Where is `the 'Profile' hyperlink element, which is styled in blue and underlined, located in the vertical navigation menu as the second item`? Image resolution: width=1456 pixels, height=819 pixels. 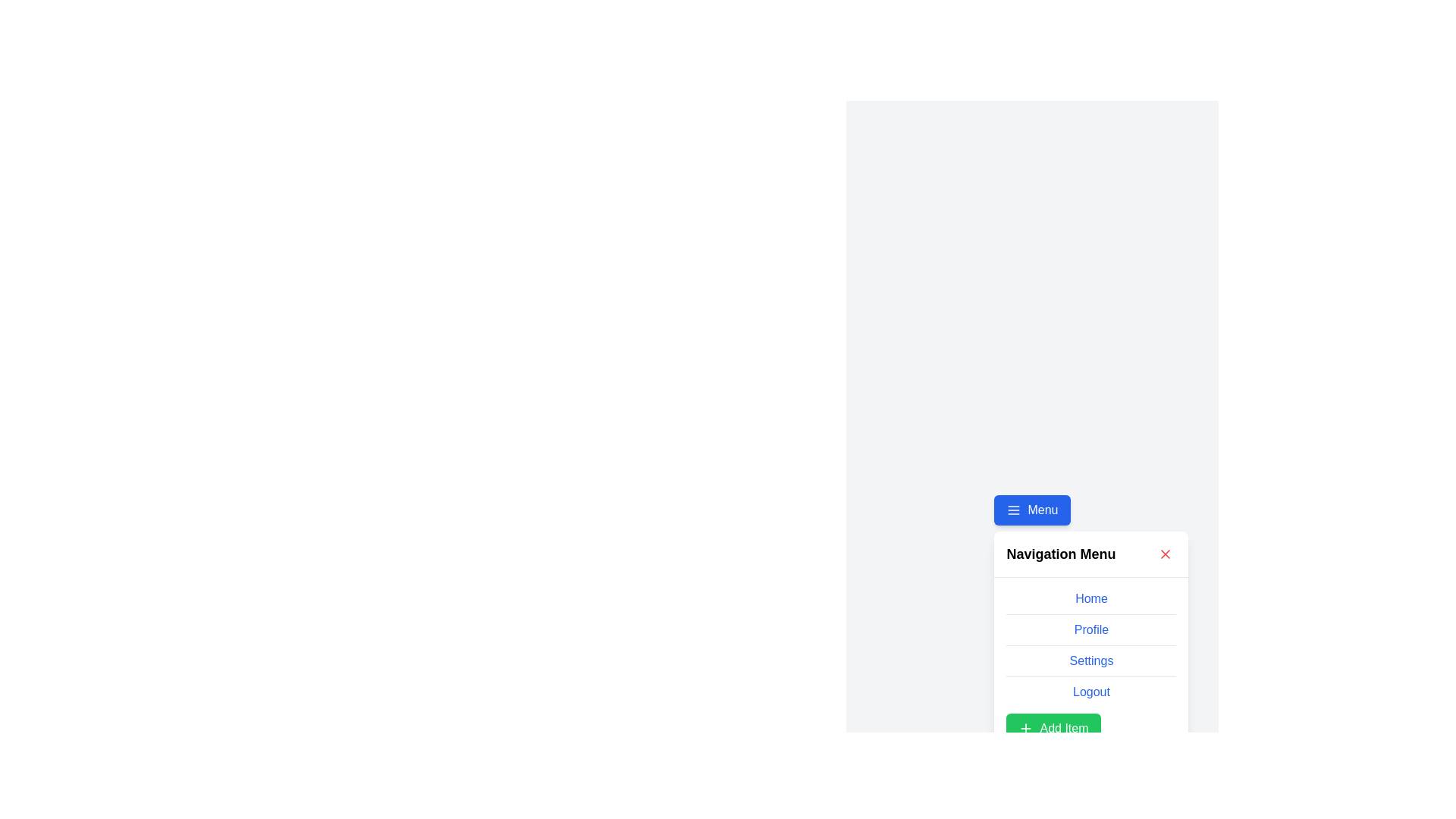 the 'Profile' hyperlink element, which is styled in blue and underlined, located in the vertical navigation menu as the second item is located at coordinates (1090, 633).